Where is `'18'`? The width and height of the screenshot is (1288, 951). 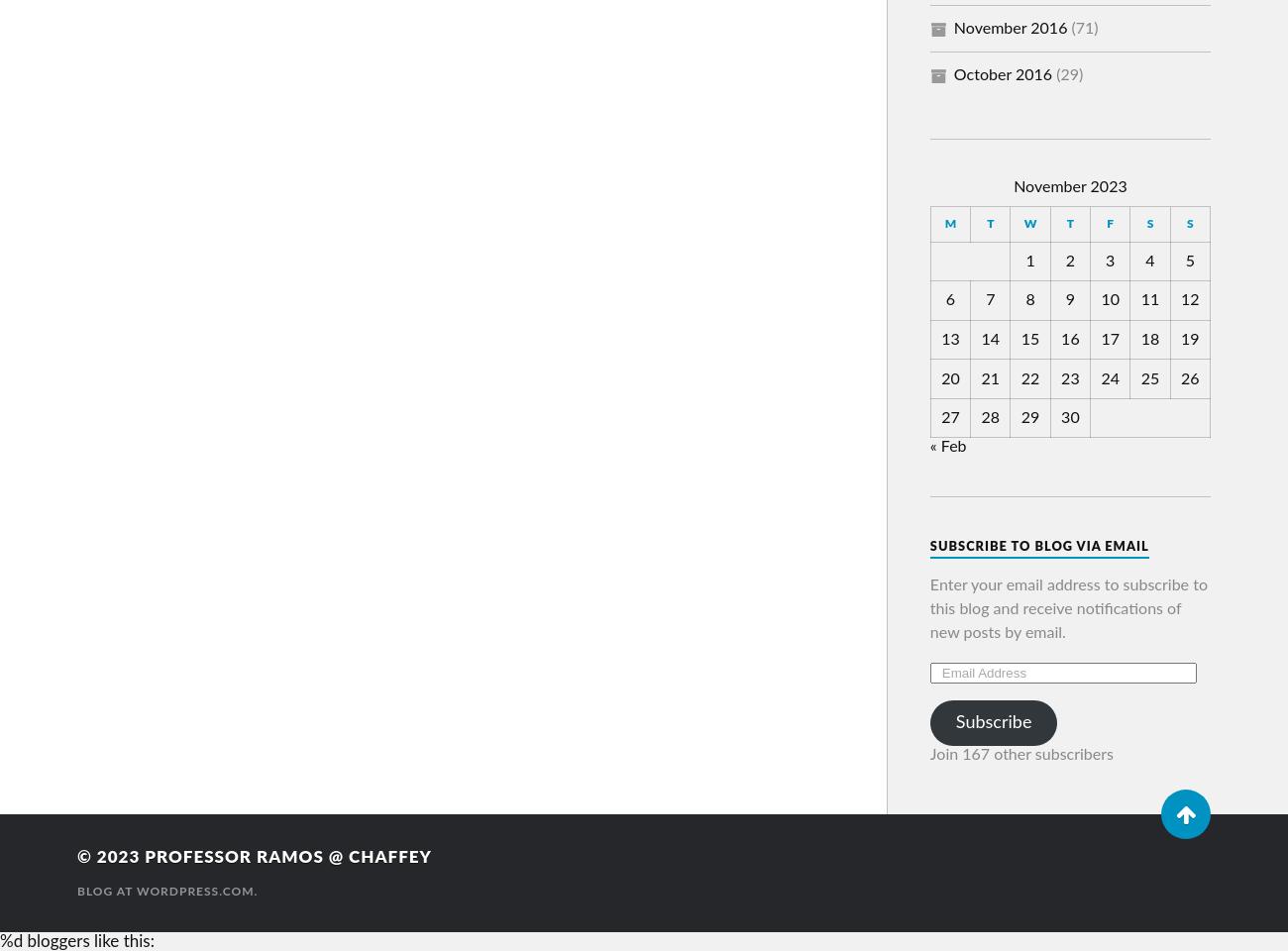 '18' is located at coordinates (1149, 338).